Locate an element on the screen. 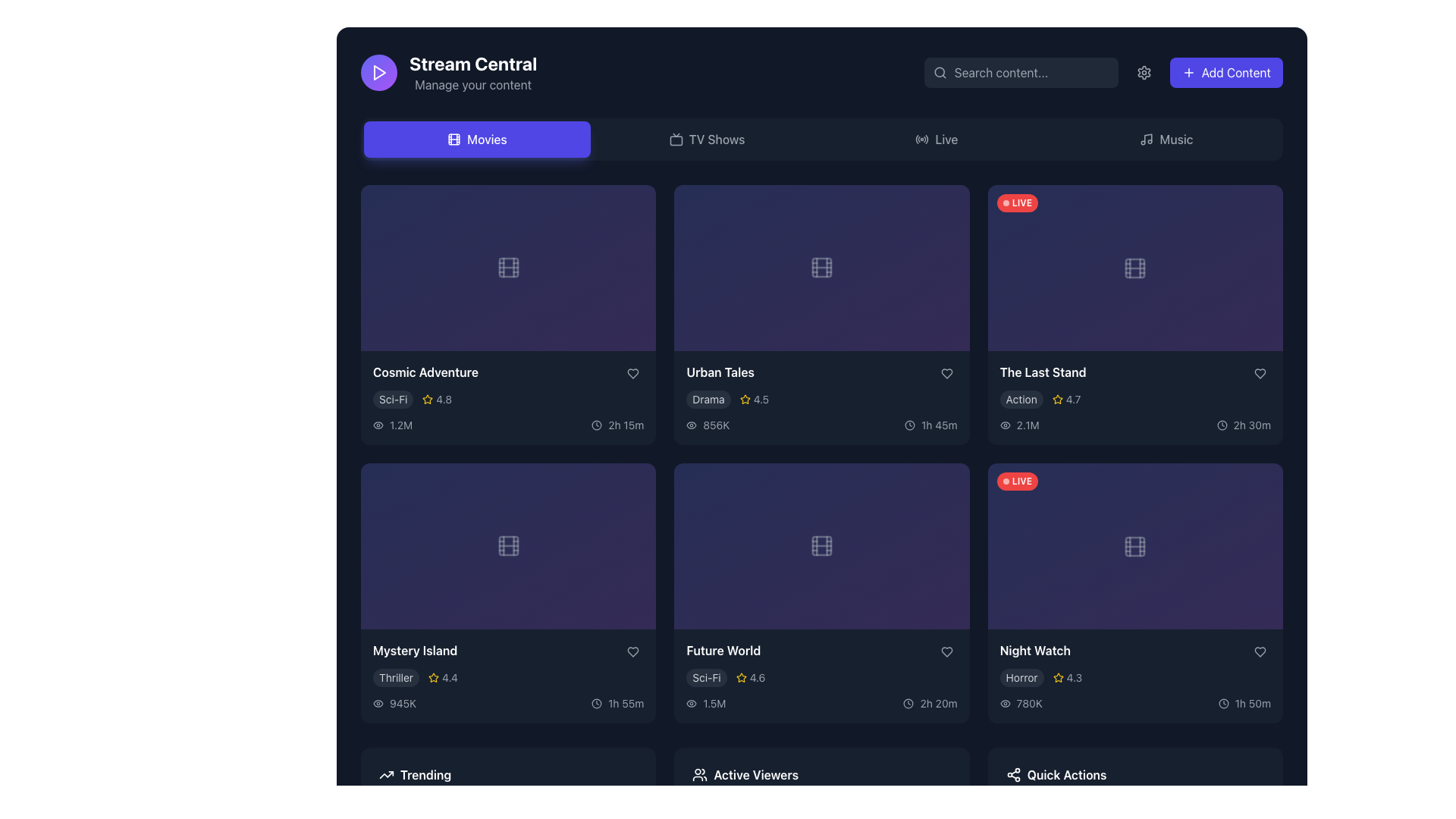 This screenshot has height=819, width=1456. the 'TV Shows' navigation text label located in the top navigation bar is located at coordinates (716, 140).